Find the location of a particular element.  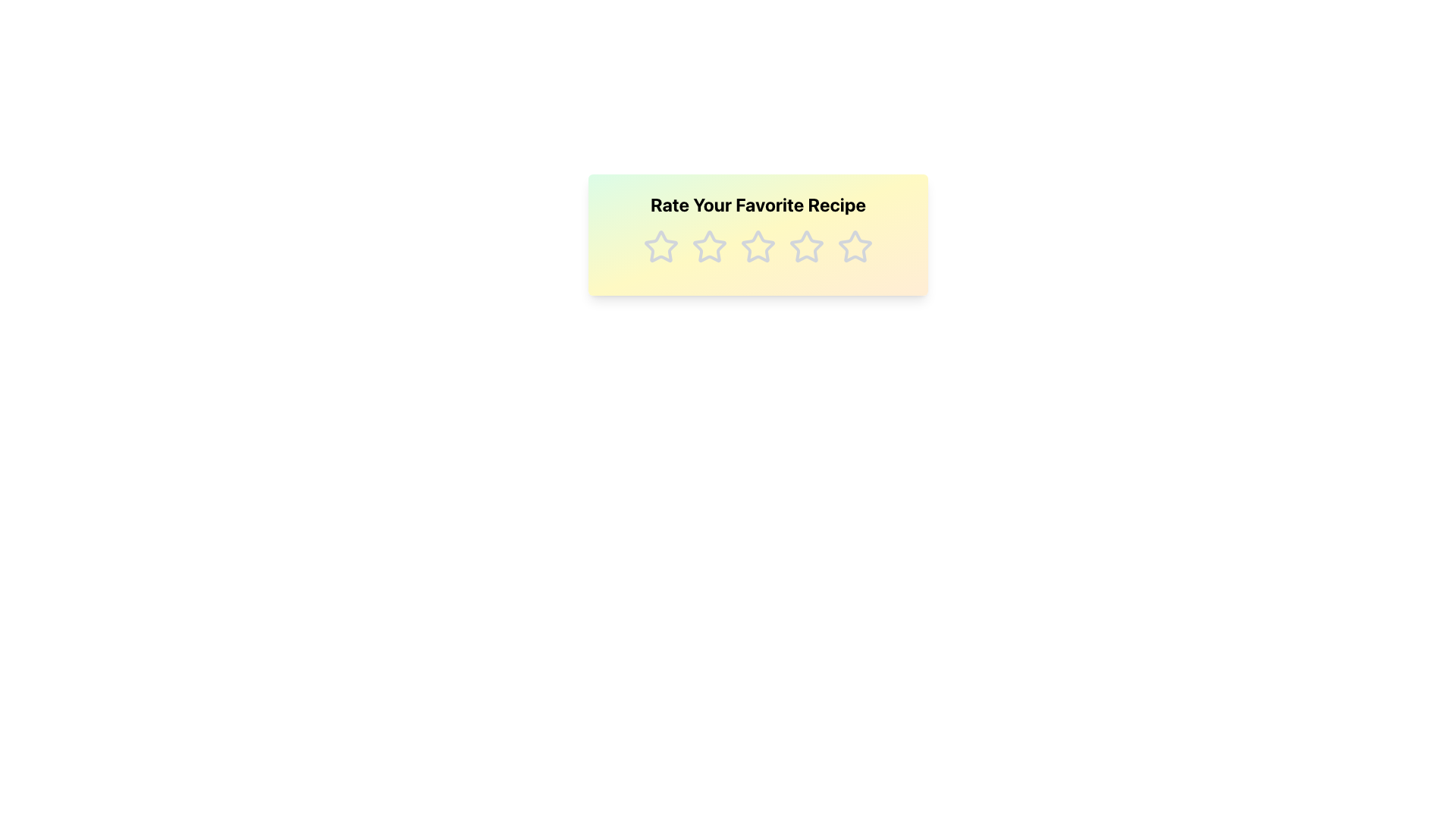

the Rating Widget titled 'Rate Your Favorite Recipe' to confirm a rating selection is located at coordinates (758, 234).